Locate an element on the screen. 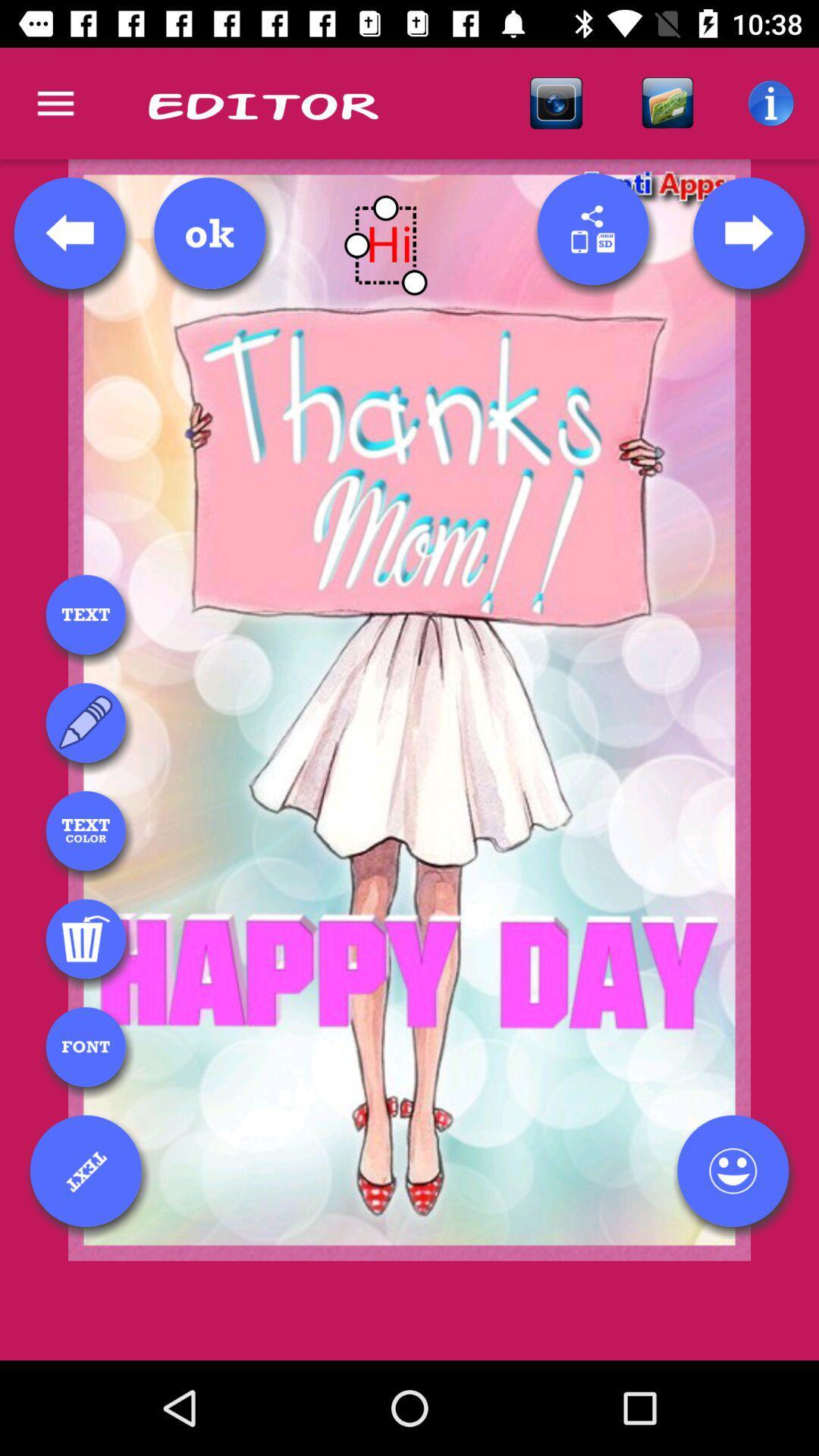 This screenshot has width=819, height=1456. text box is located at coordinates (86, 614).